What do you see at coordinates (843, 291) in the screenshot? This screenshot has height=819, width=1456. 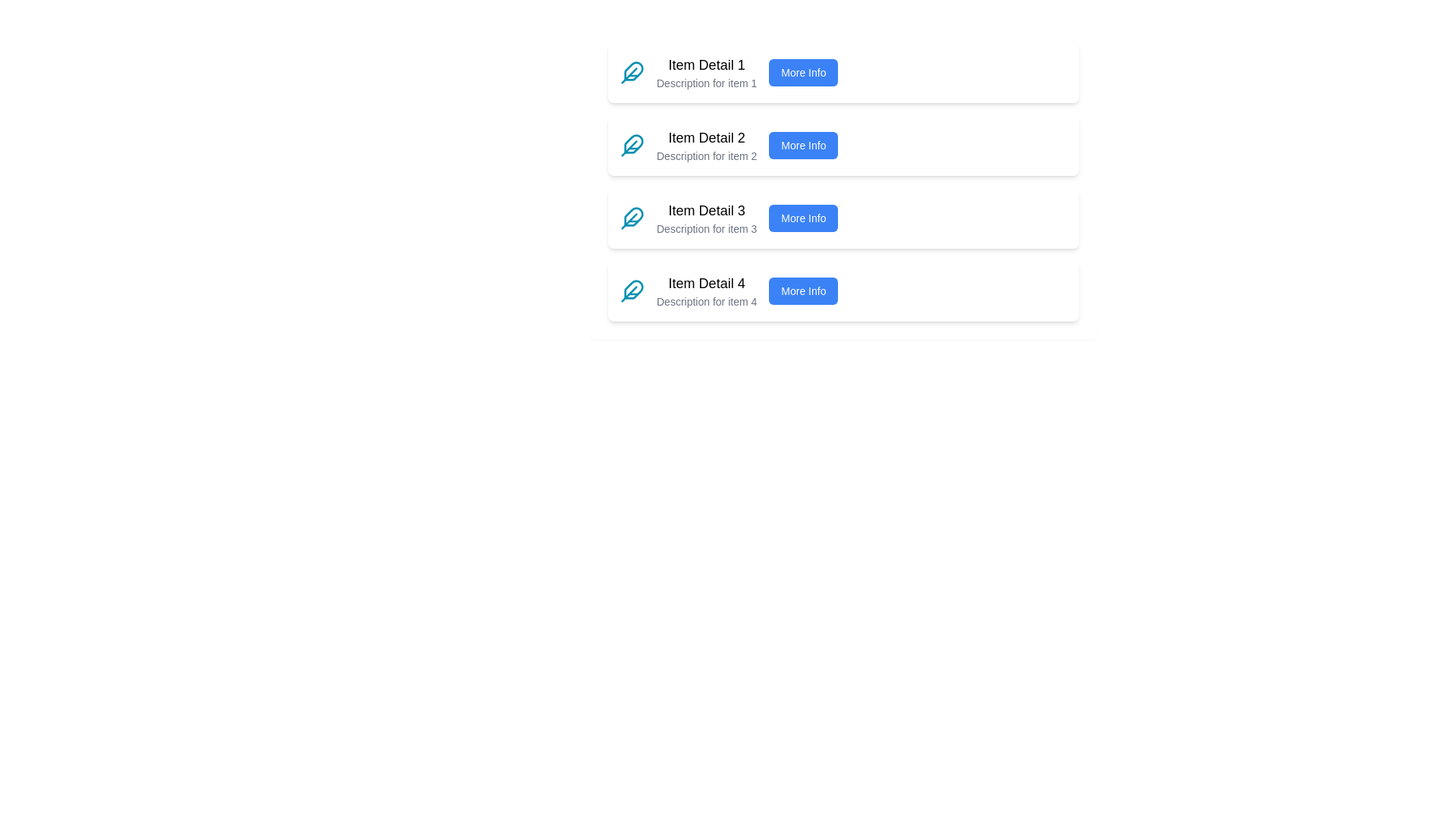 I see `the 'More Info' button on the Information Card for 'Item Detail 4', which is the fourth card in a vertical list within a light blue panel located at the bottom section of the interface` at bounding box center [843, 291].